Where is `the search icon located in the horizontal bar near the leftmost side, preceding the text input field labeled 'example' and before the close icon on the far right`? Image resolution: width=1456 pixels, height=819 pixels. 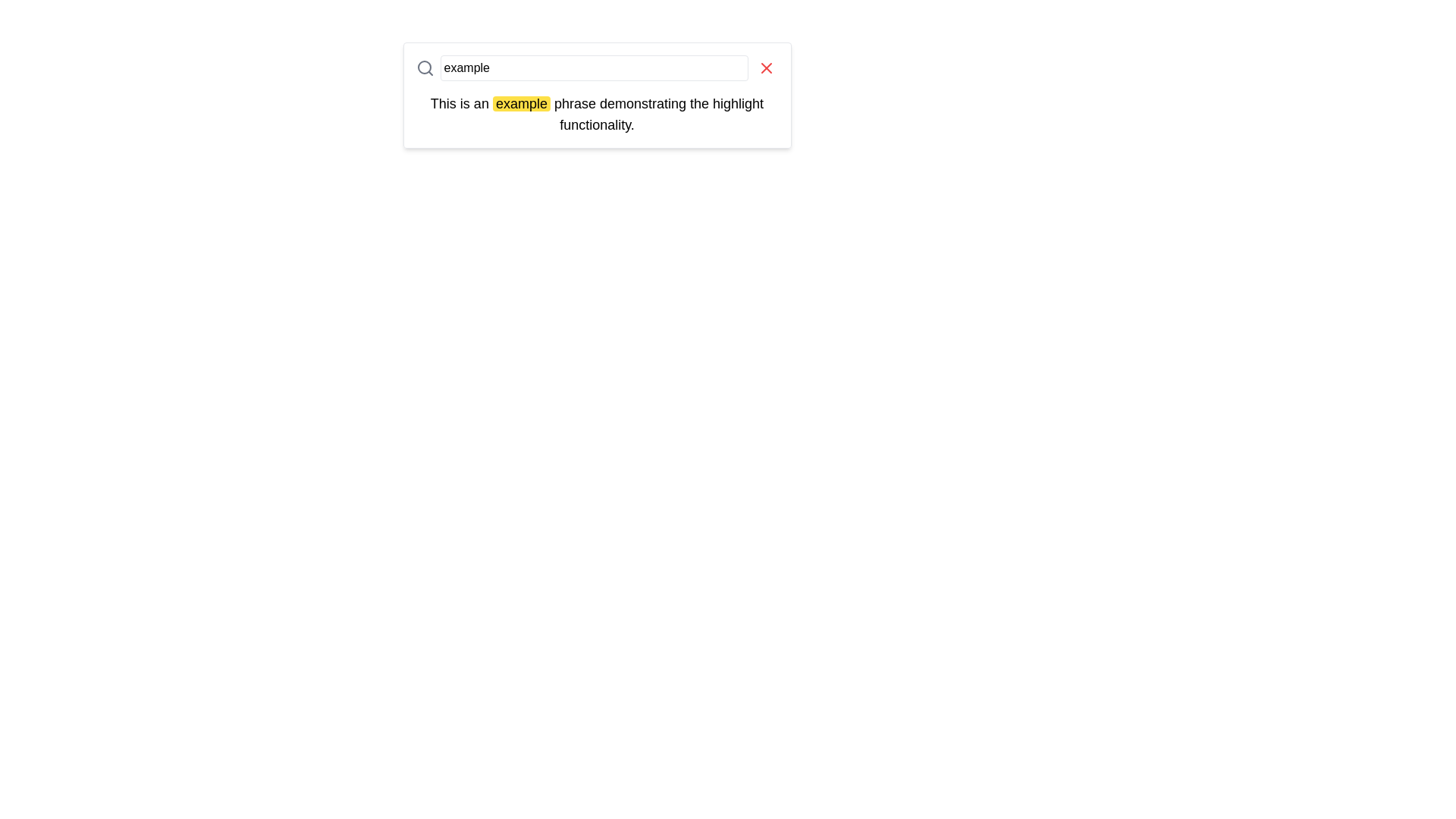
the search icon located in the horizontal bar near the leftmost side, preceding the text input field labeled 'example' and before the close icon on the far right is located at coordinates (425, 67).